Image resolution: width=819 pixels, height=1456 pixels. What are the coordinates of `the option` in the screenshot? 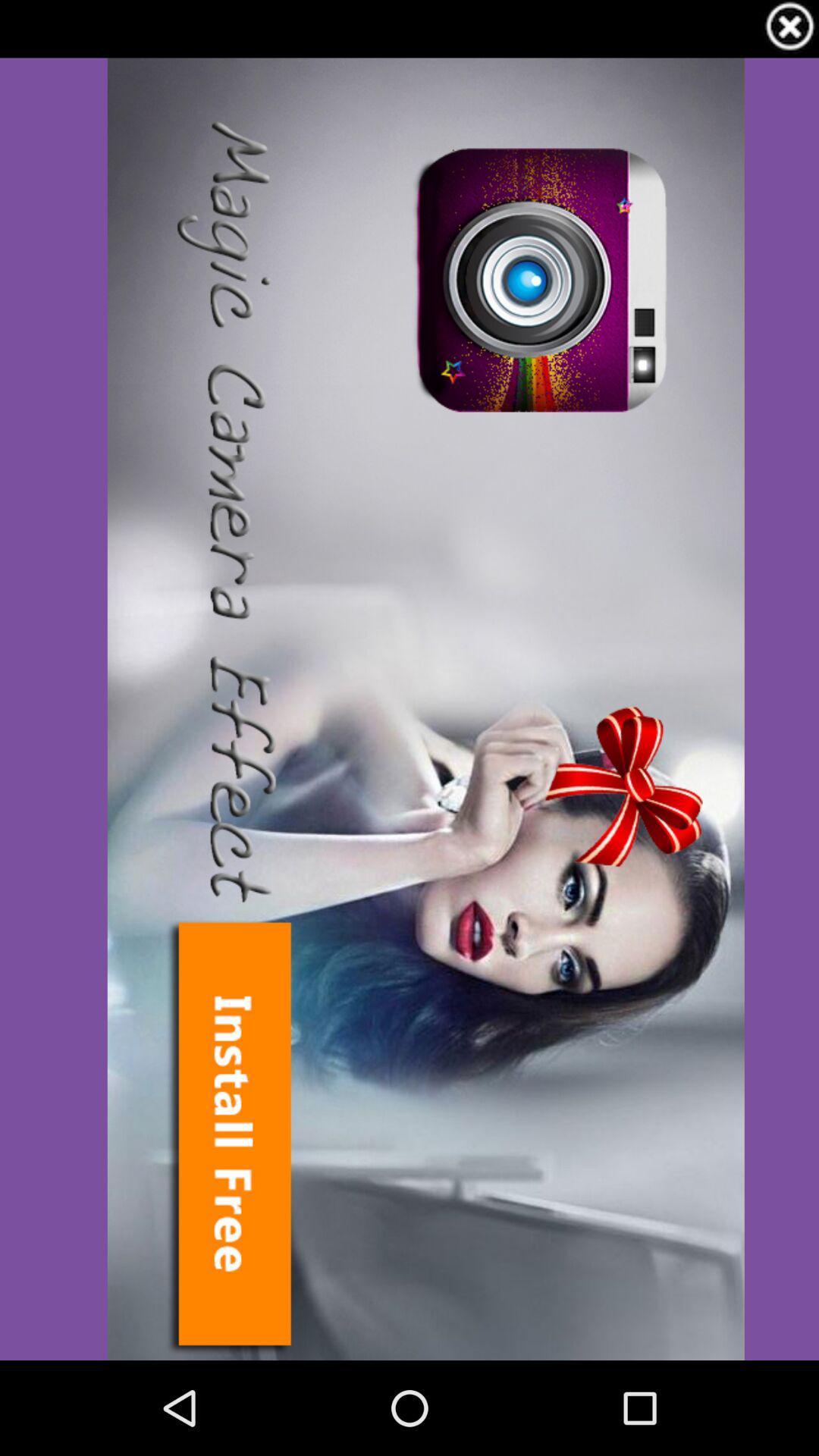 It's located at (789, 29).